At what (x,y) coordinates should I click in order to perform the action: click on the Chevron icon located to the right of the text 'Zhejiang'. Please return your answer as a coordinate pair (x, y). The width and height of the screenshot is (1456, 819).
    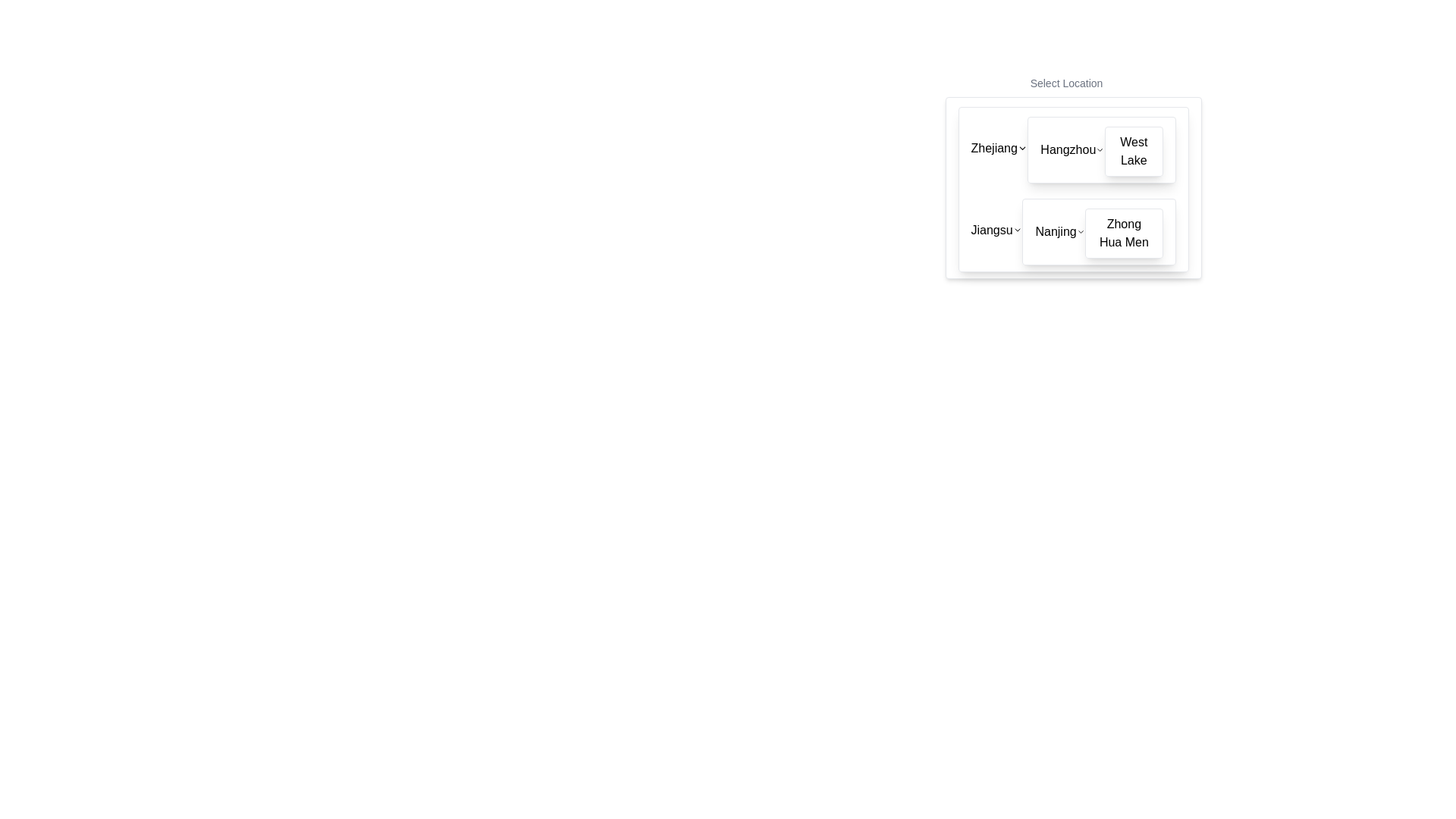
    Looking at the image, I should click on (1022, 149).